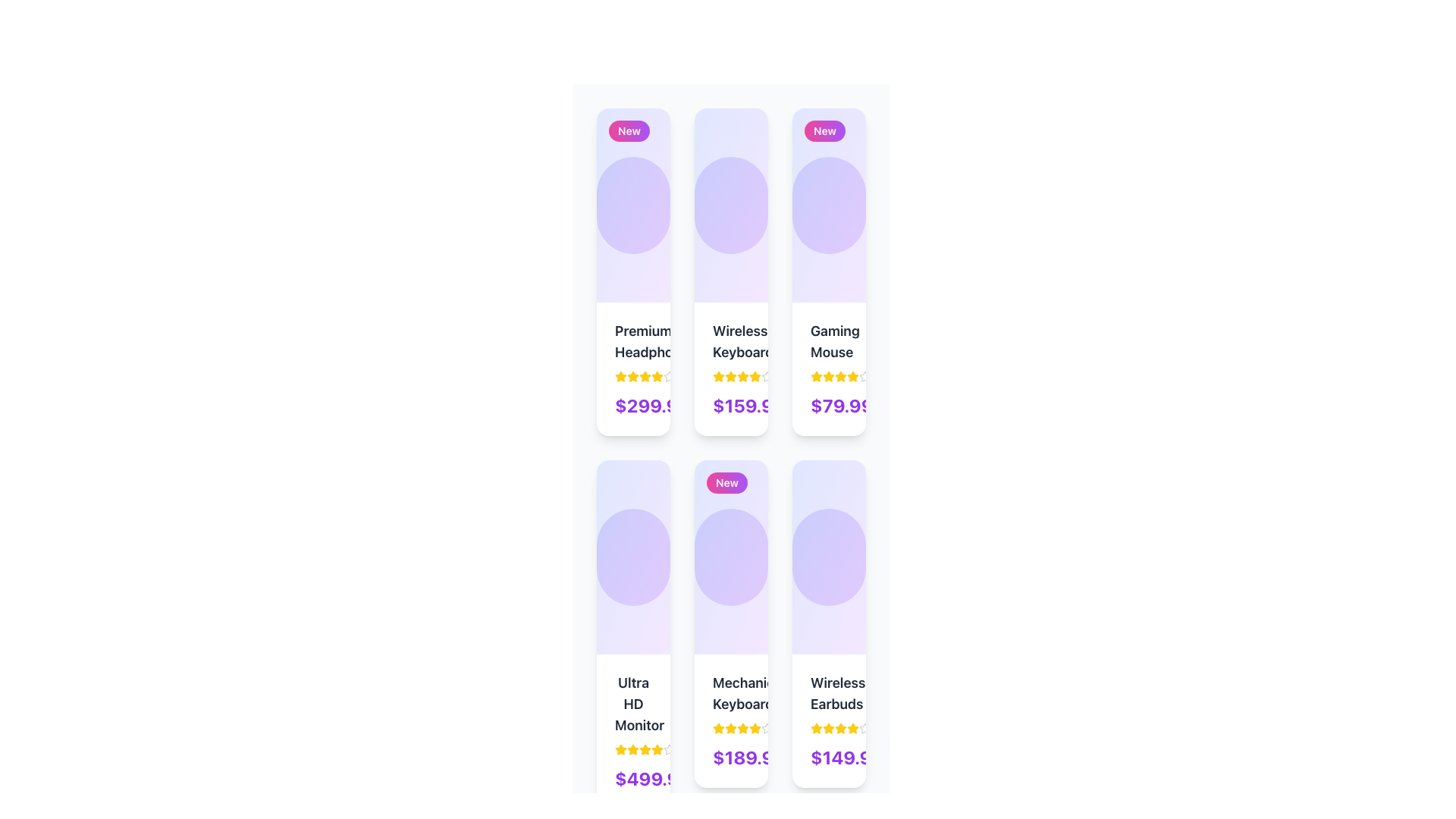 This screenshot has width=1456, height=819. Describe the element at coordinates (852, 375) in the screenshot. I see `the third star icon` at that location.